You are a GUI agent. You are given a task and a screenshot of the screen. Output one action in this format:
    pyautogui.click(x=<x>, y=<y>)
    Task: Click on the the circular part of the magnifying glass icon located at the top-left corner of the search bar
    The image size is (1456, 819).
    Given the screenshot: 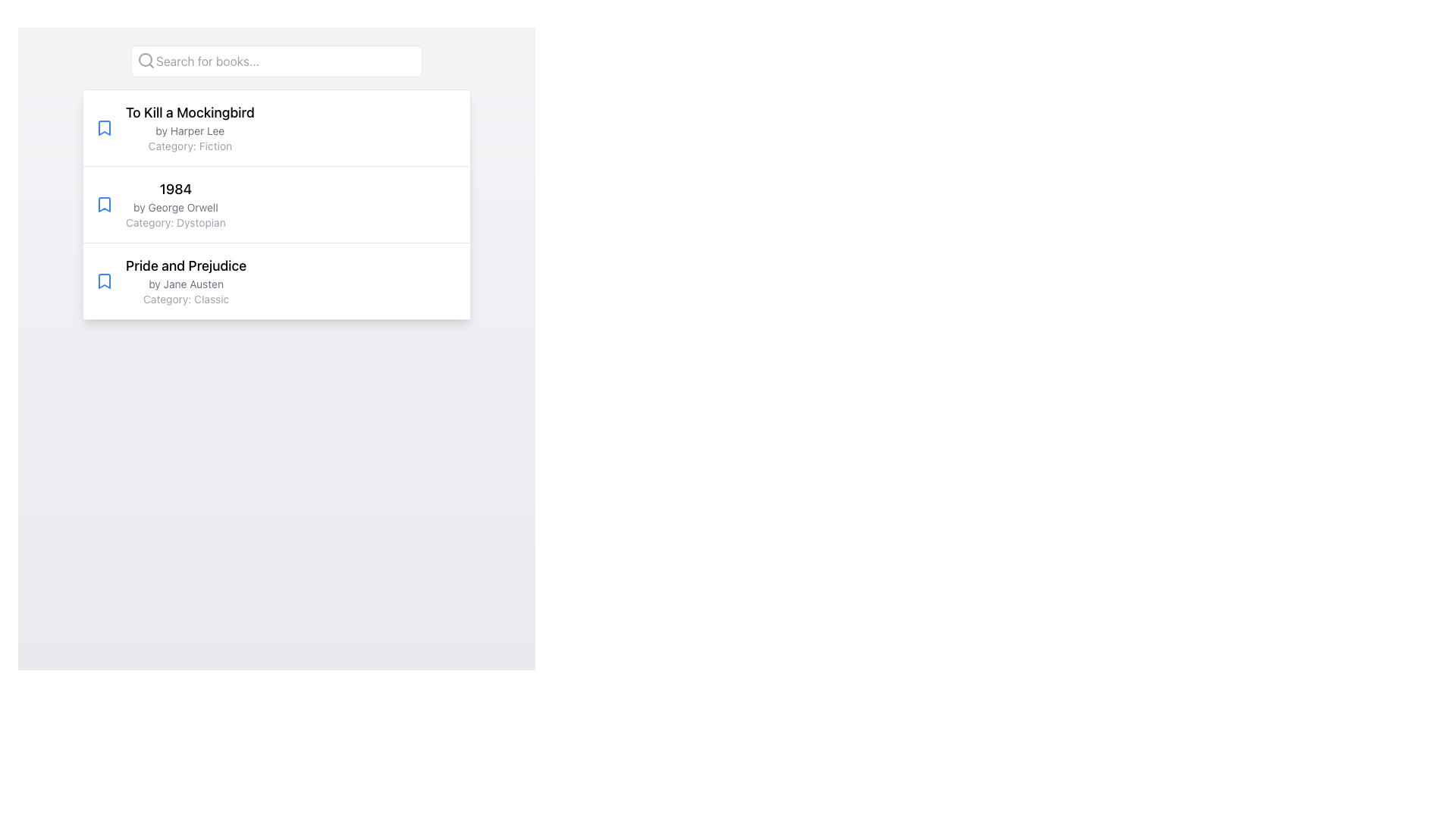 What is the action you would take?
    pyautogui.click(x=146, y=58)
    